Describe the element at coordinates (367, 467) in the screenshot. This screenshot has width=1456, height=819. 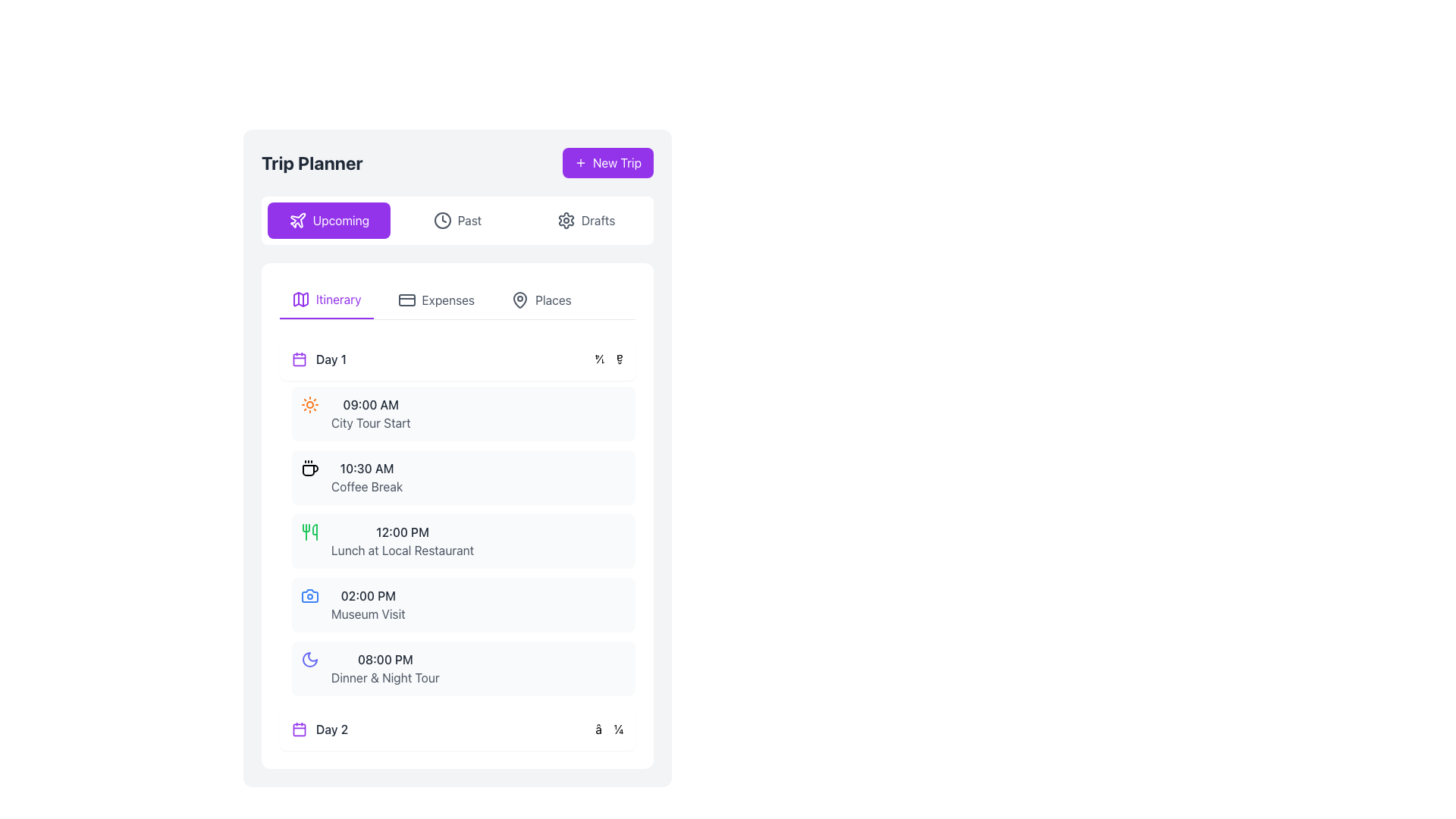
I see `the Text Label indicating the scheduled time for the coffee break in the 'Day 1' schedule of the Trip Planner interface` at that location.